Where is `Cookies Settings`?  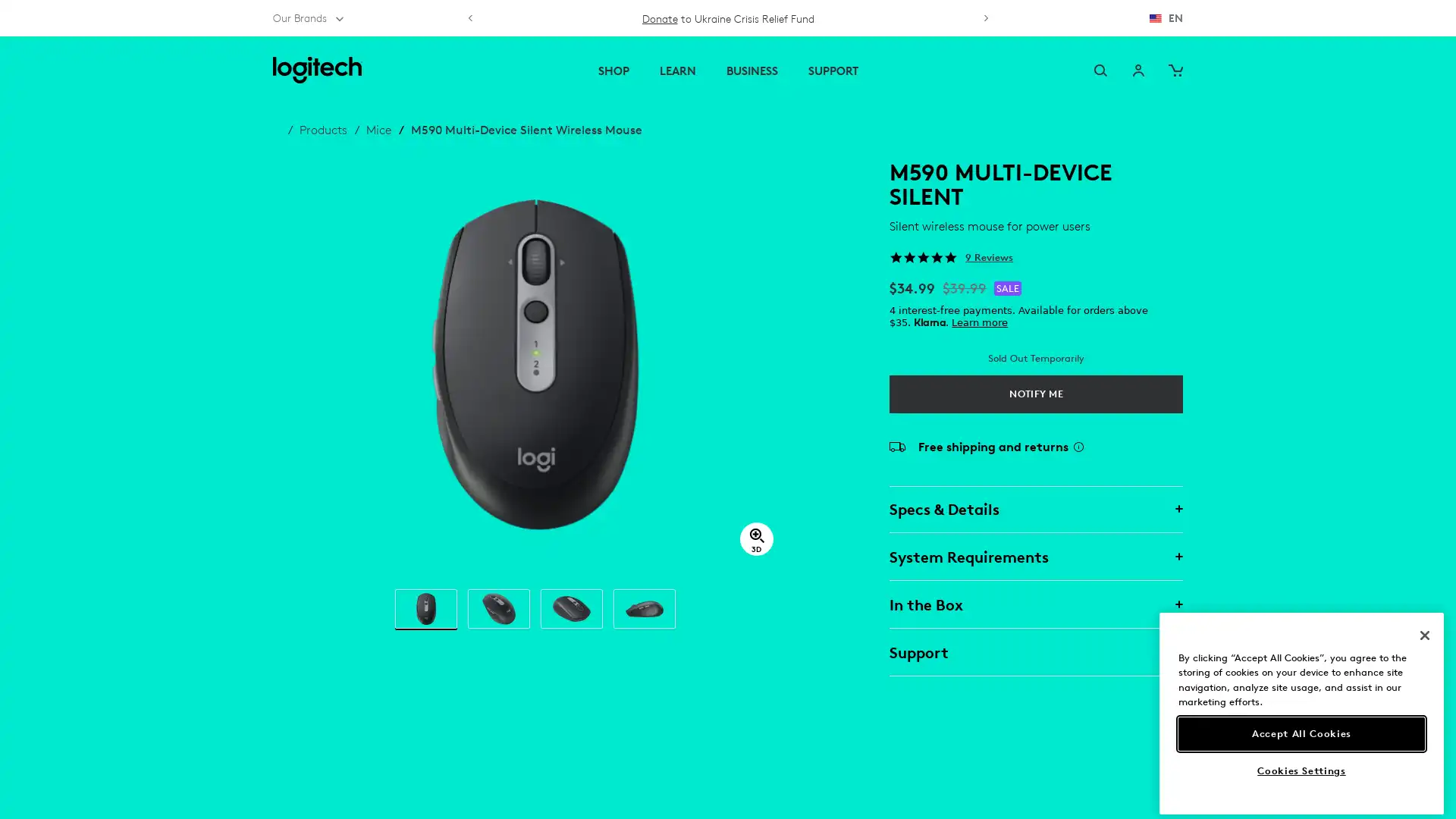 Cookies Settings is located at coordinates (1301, 767).